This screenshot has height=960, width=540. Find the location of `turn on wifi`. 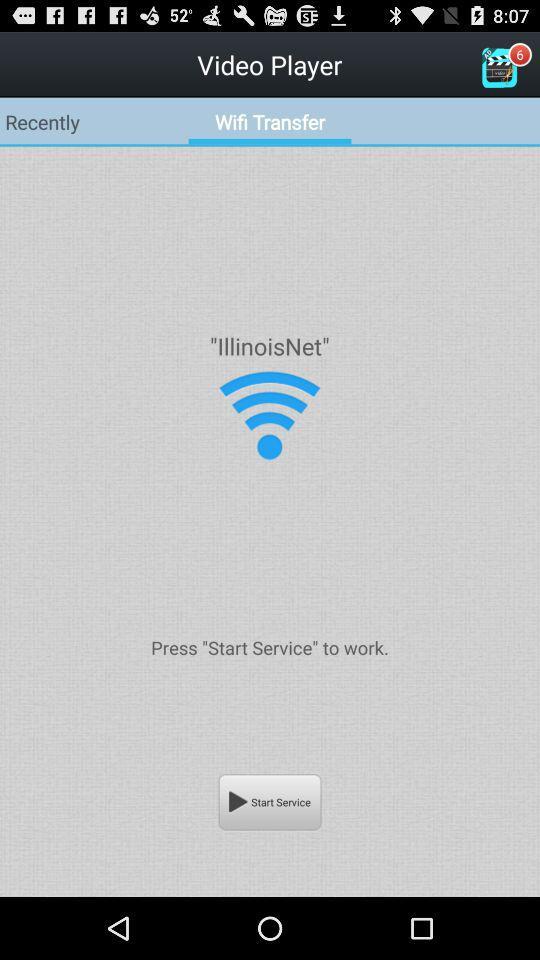

turn on wifi is located at coordinates (269, 414).